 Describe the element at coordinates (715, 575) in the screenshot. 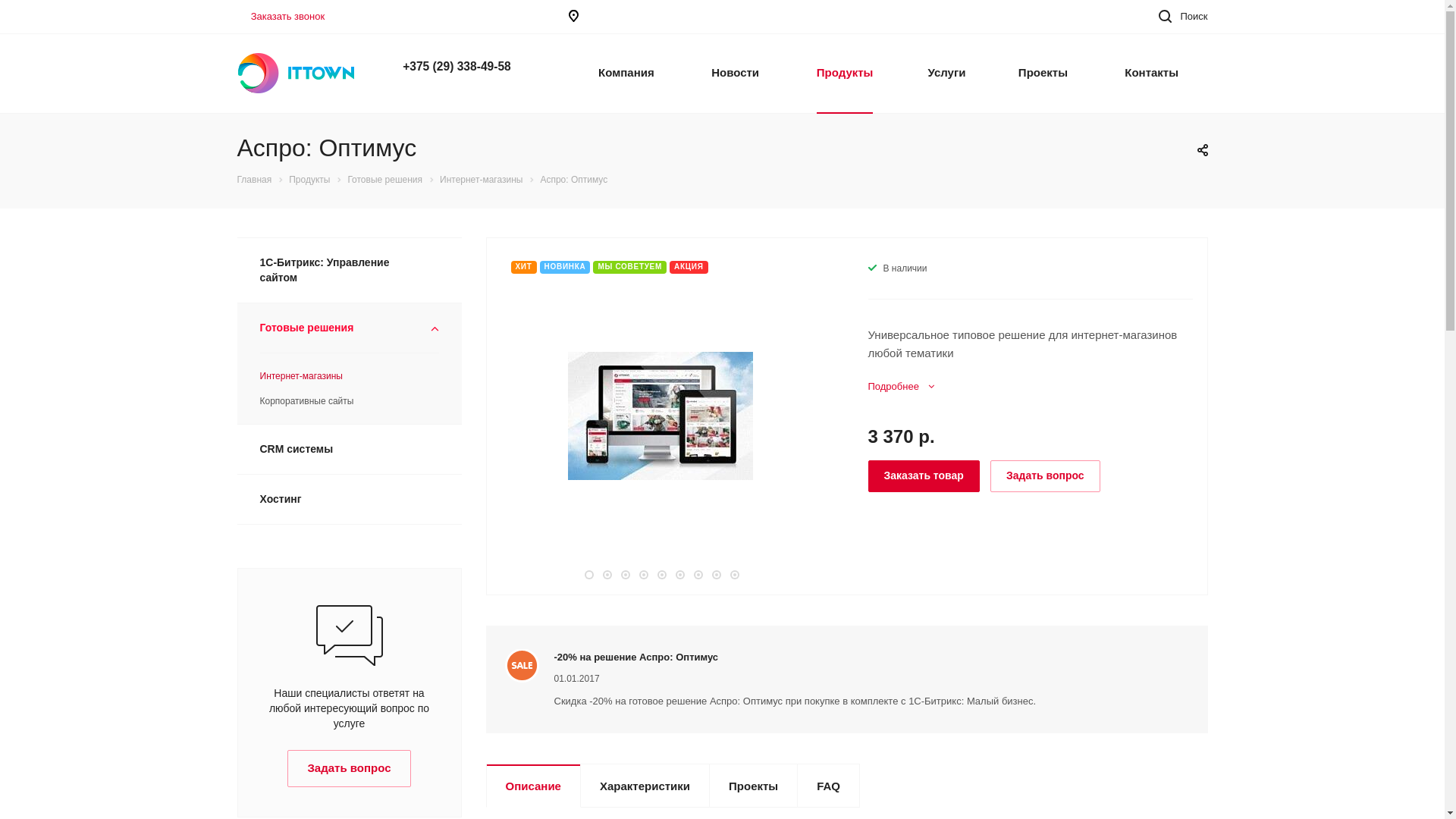

I see `'8'` at that location.